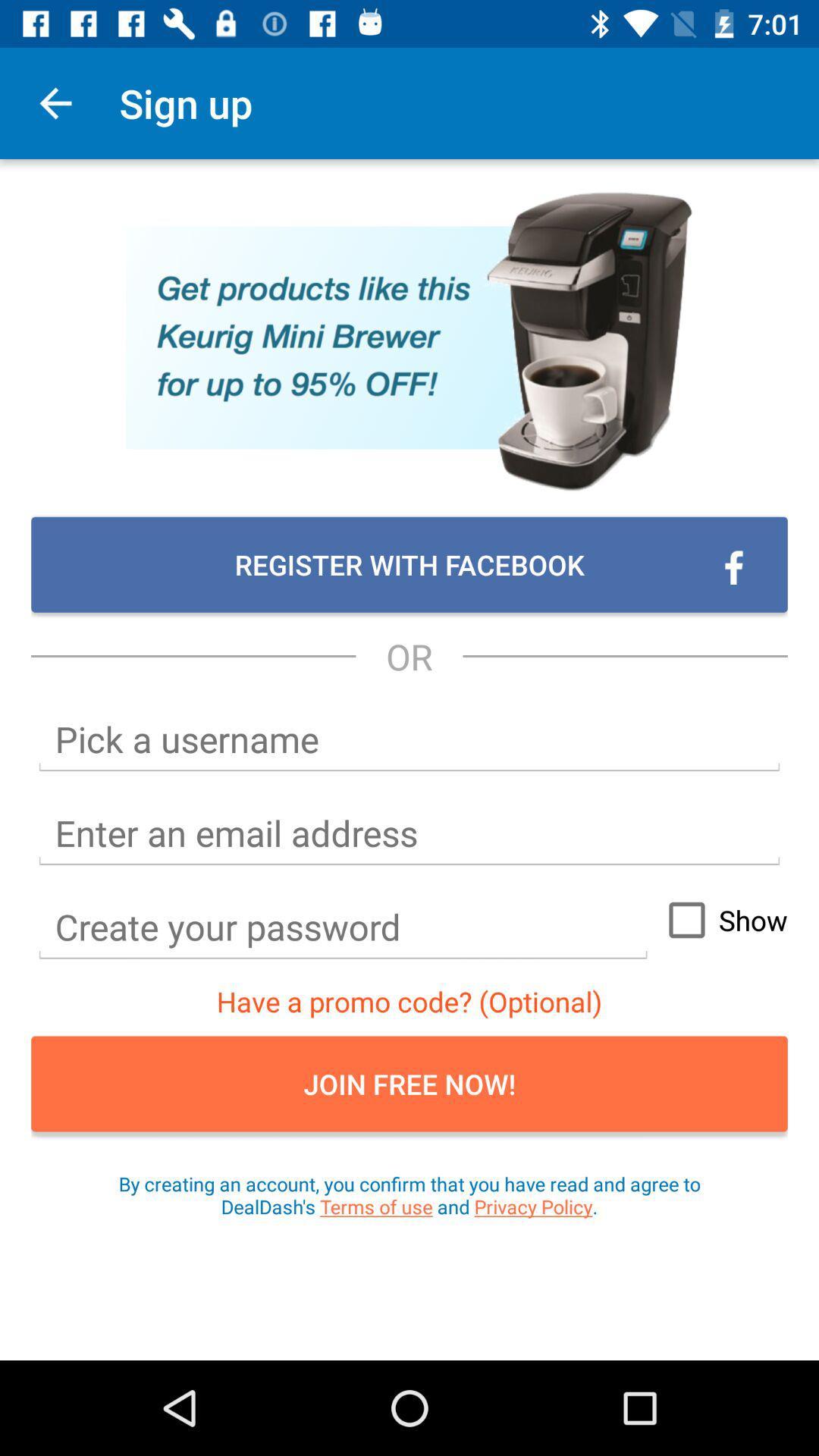  I want to click on item to the left of show, so click(343, 927).